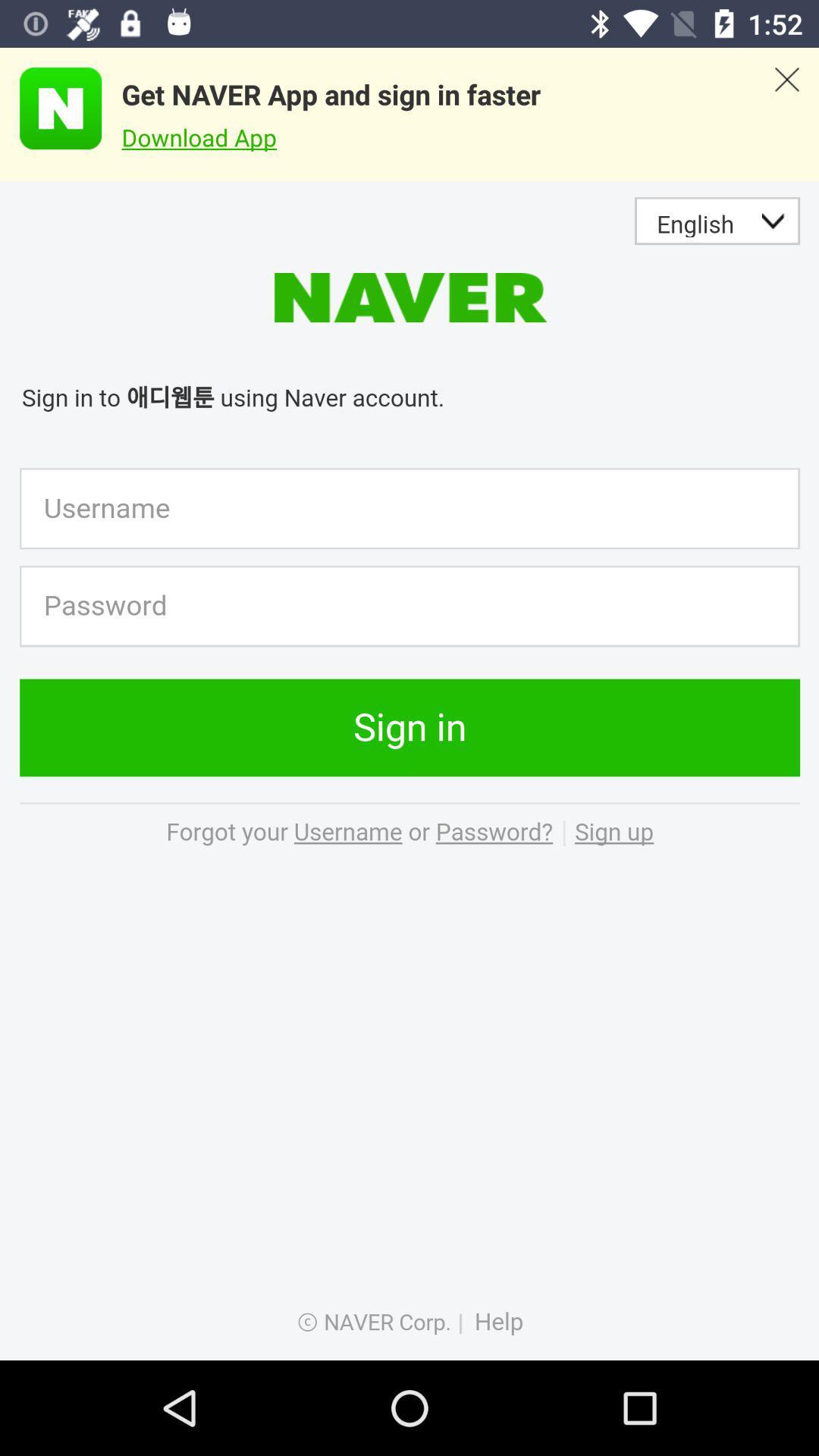 This screenshot has width=819, height=1456. Describe the element at coordinates (409, 770) in the screenshot. I see `language in option` at that location.